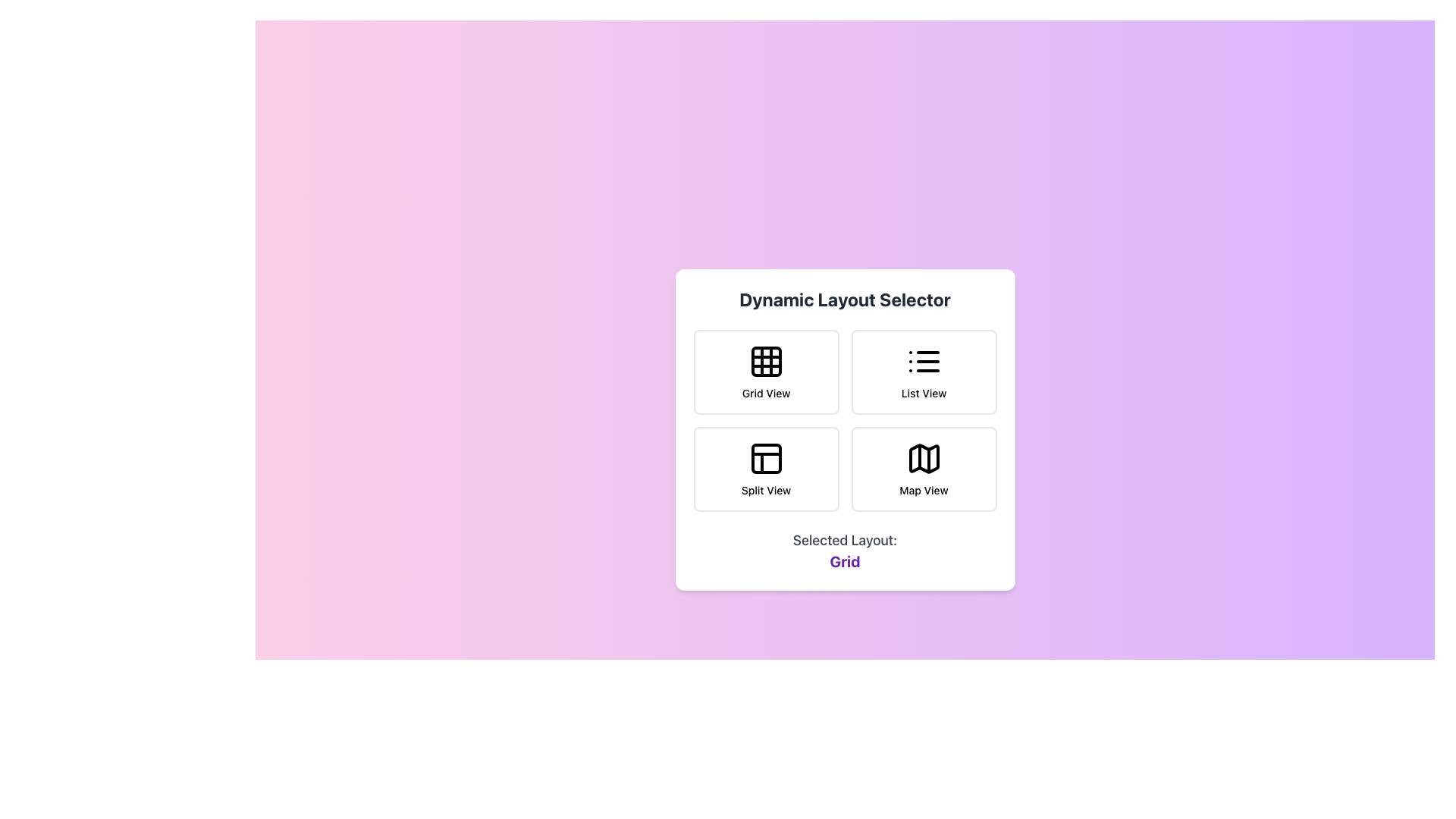  What do you see at coordinates (766, 491) in the screenshot?
I see `the 'Split View' text label, which is displayed in a small-sized, medium-weight font, located below the panel layout icon in the second row of the grid layout` at bounding box center [766, 491].